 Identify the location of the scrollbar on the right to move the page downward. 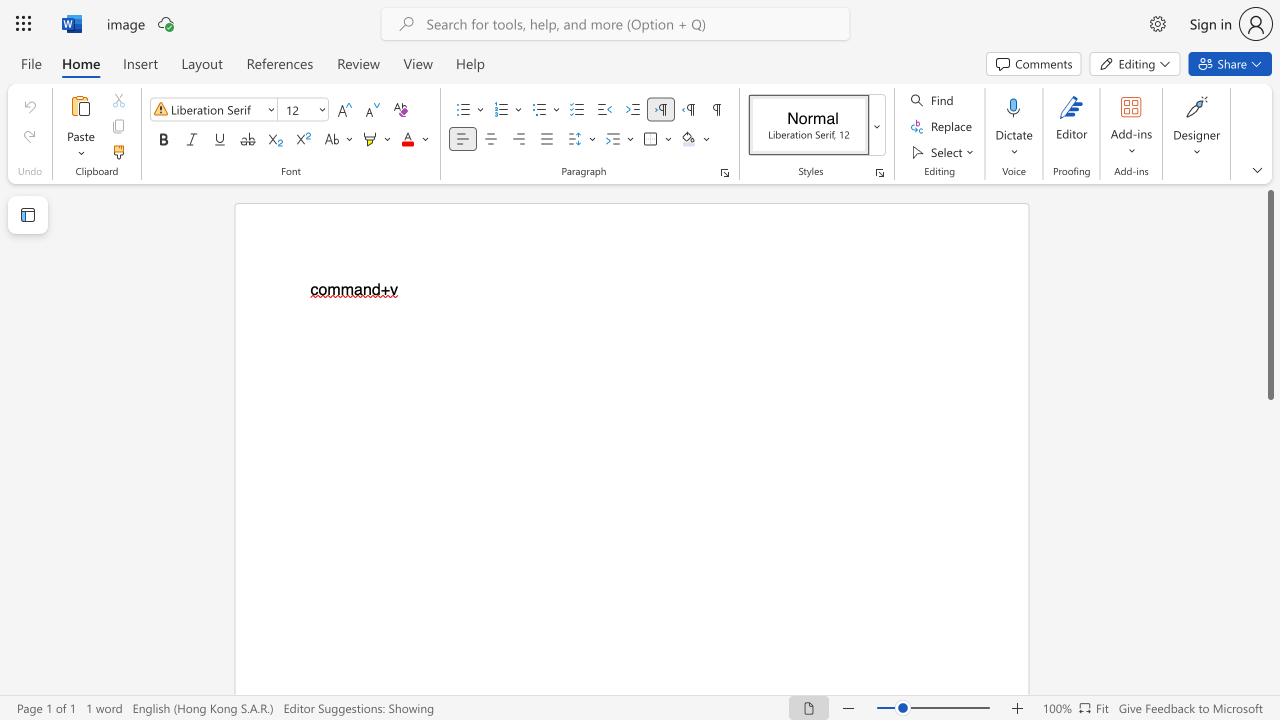
(1269, 428).